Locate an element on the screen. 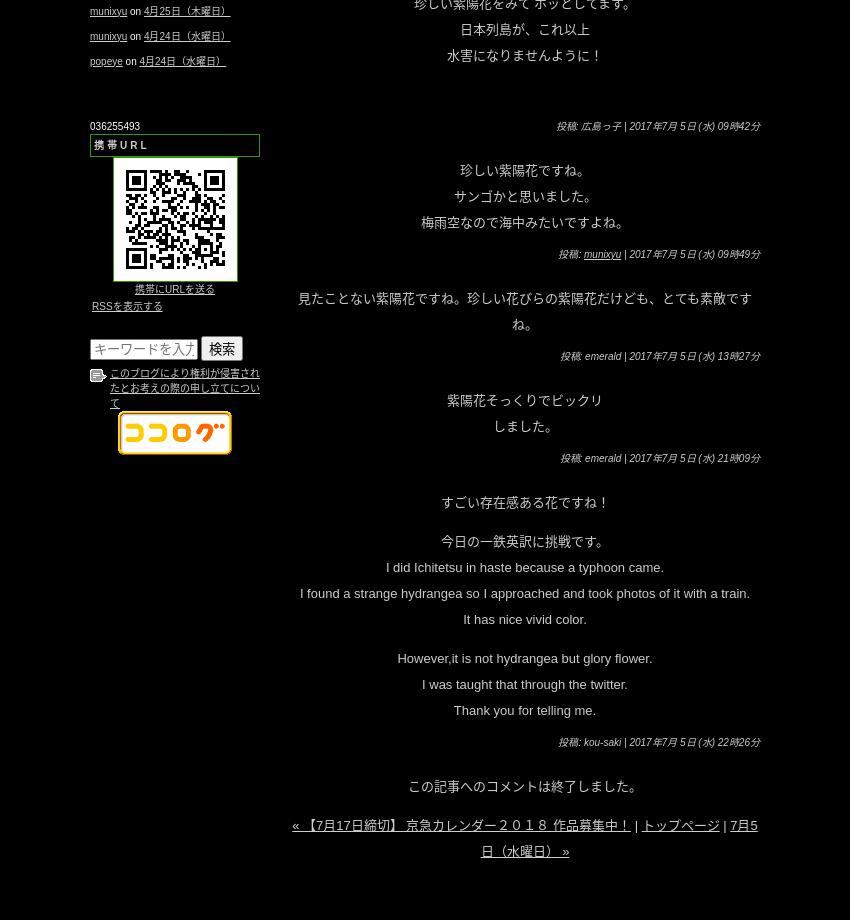 The height and width of the screenshot is (920, 850). '投稿:' is located at coordinates (558, 253).